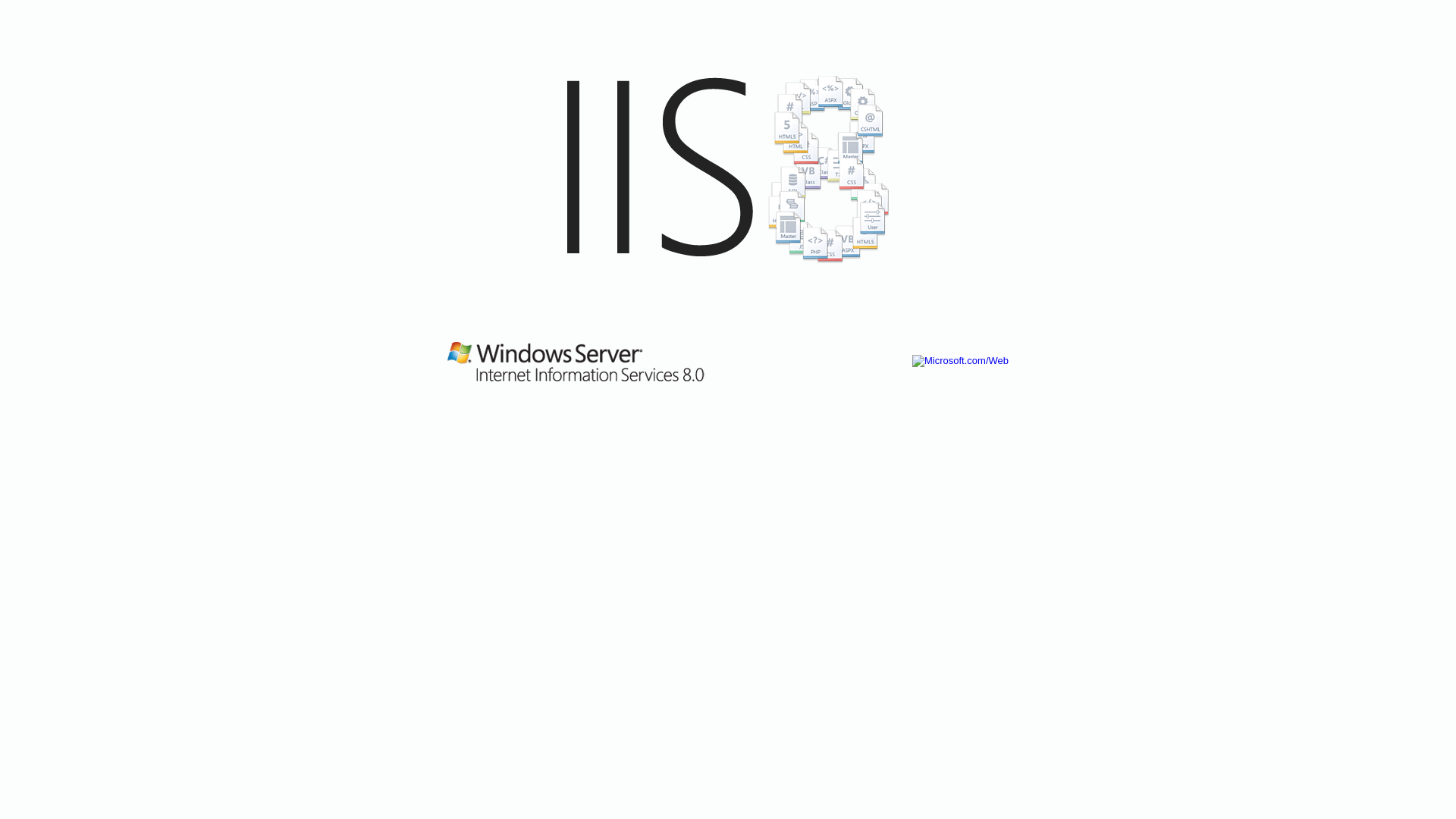  What do you see at coordinates (728, 209) in the screenshot?
I see `'microsoft.com/web'` at bounding box center [728, 209].